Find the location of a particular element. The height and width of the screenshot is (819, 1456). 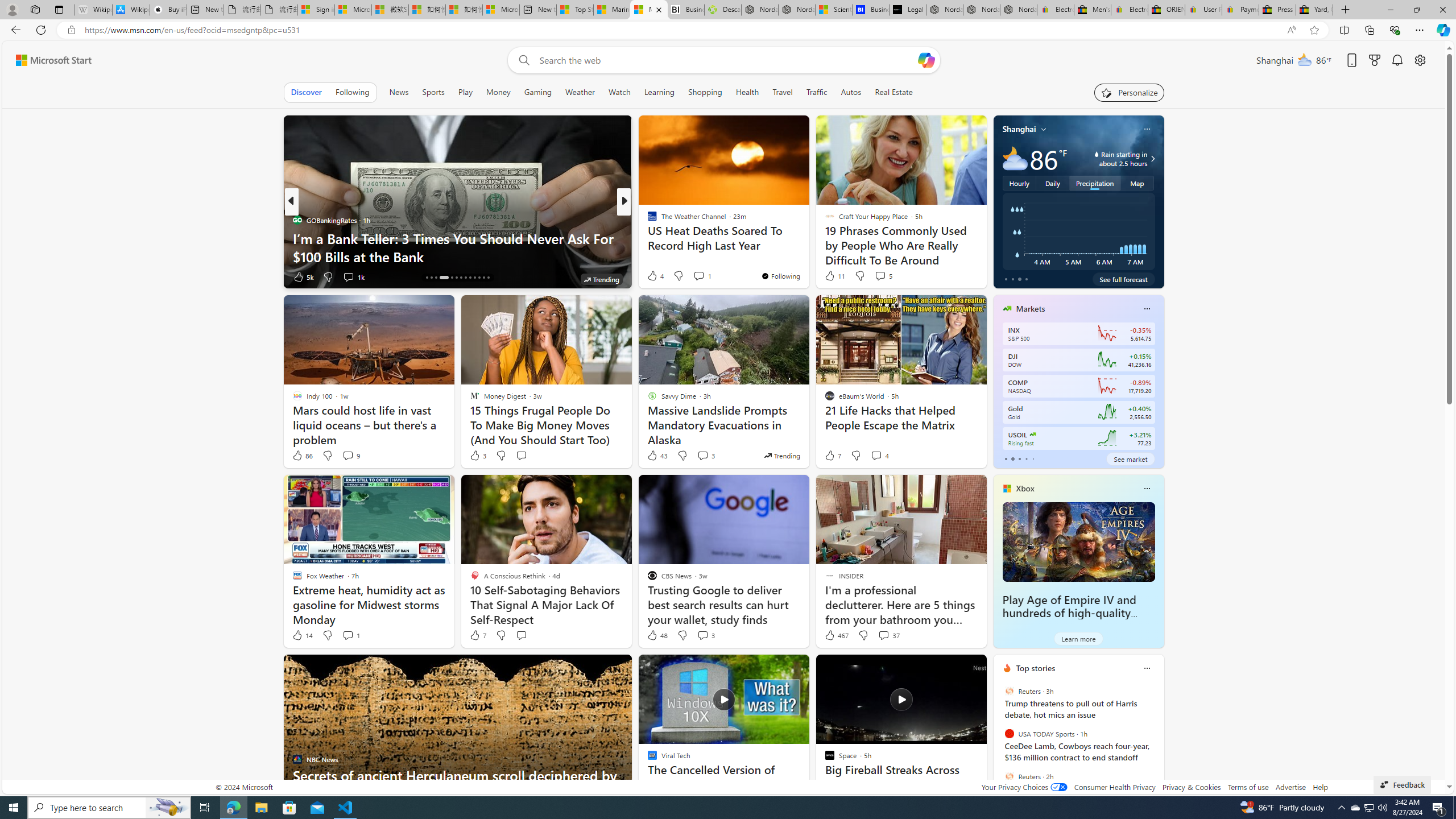

'Health' is located at coordinates (746, 92).